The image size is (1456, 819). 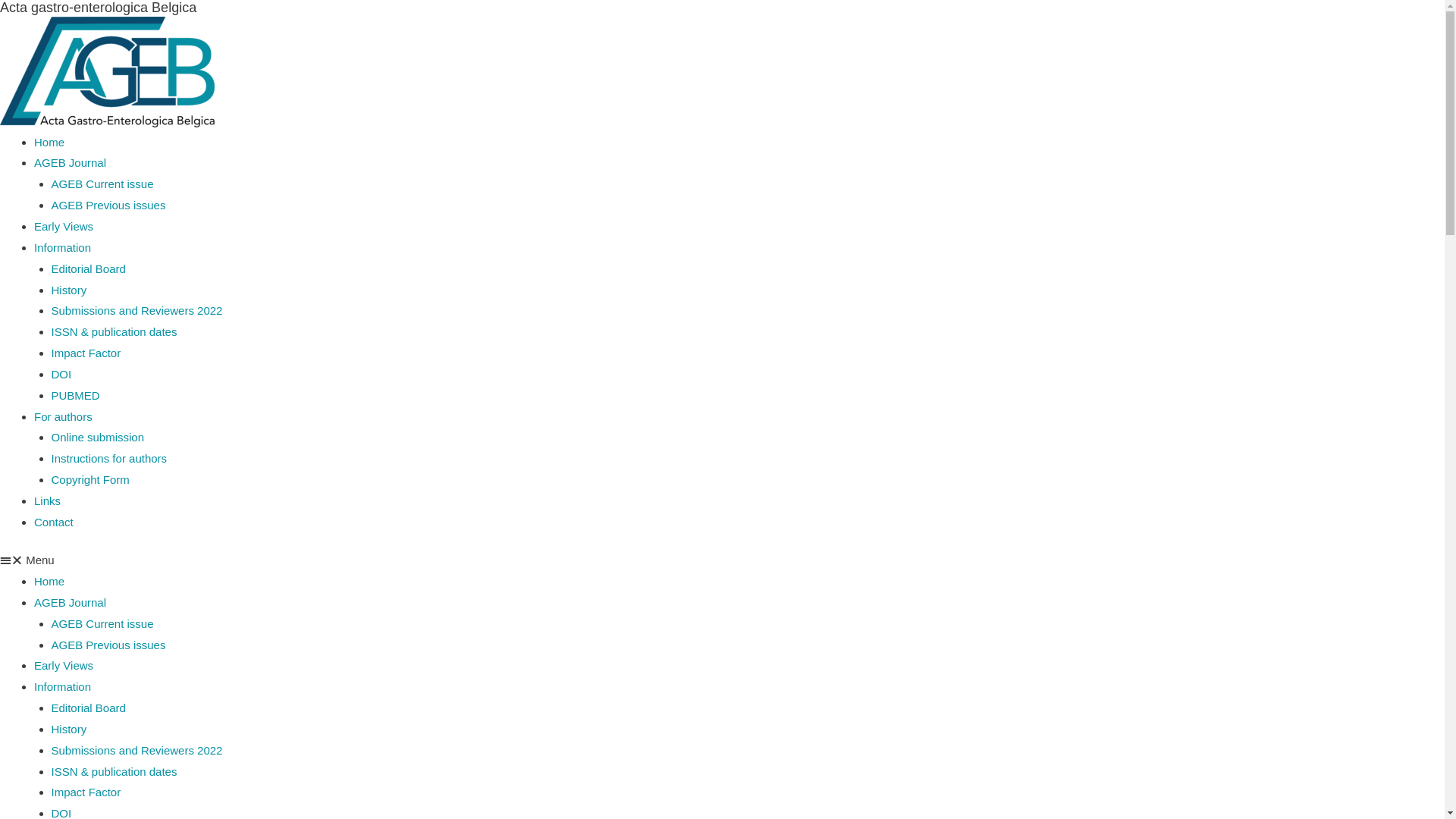 What do you see at coordinates (47, 500) in the screenshot?
I see `'Links'` at bounding box center [47, 500].